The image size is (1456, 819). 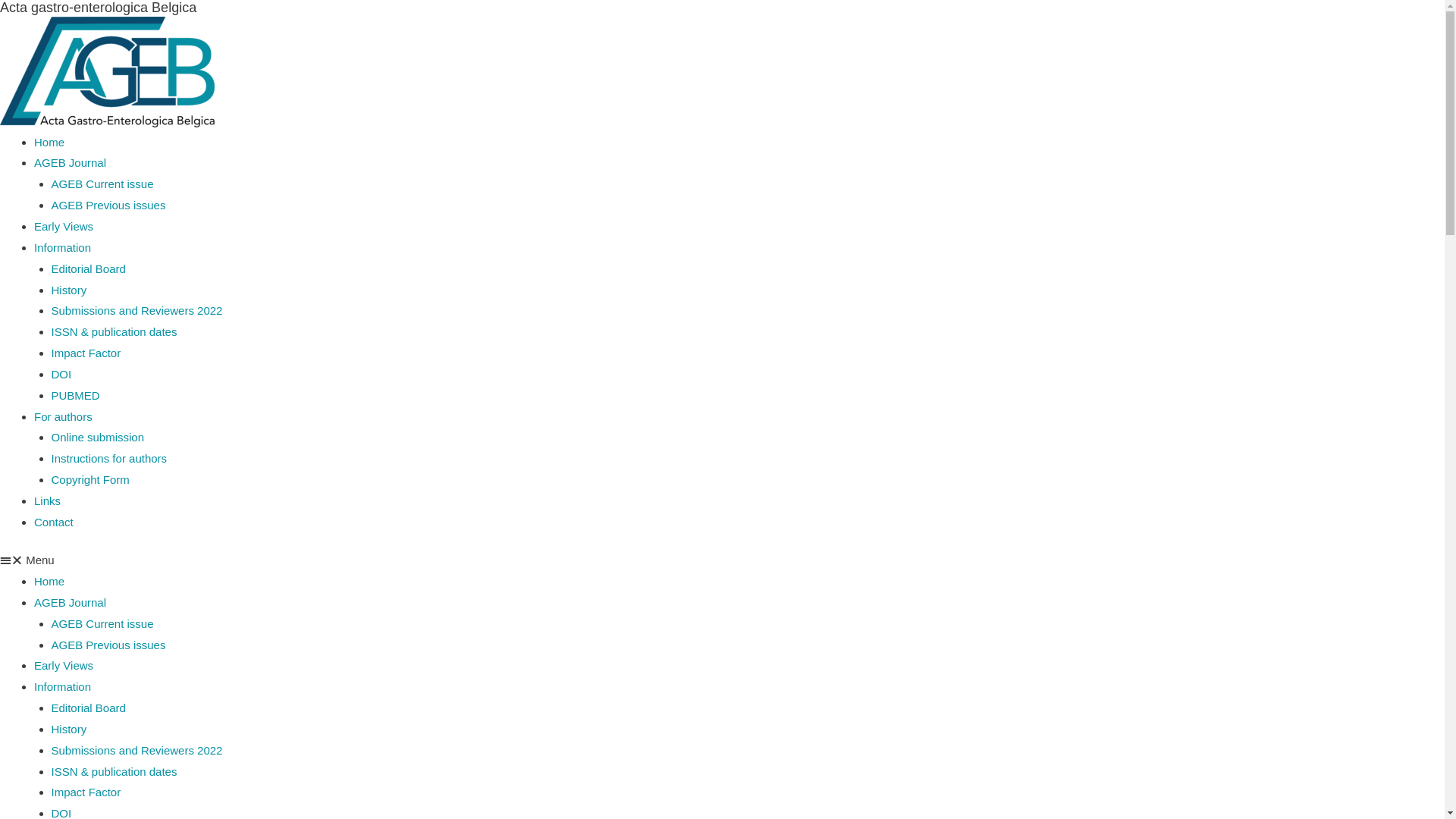 What do you see at coordinates (47, 500) in the screenshot?
I see `'Links'` at bounding box center [47, 500].